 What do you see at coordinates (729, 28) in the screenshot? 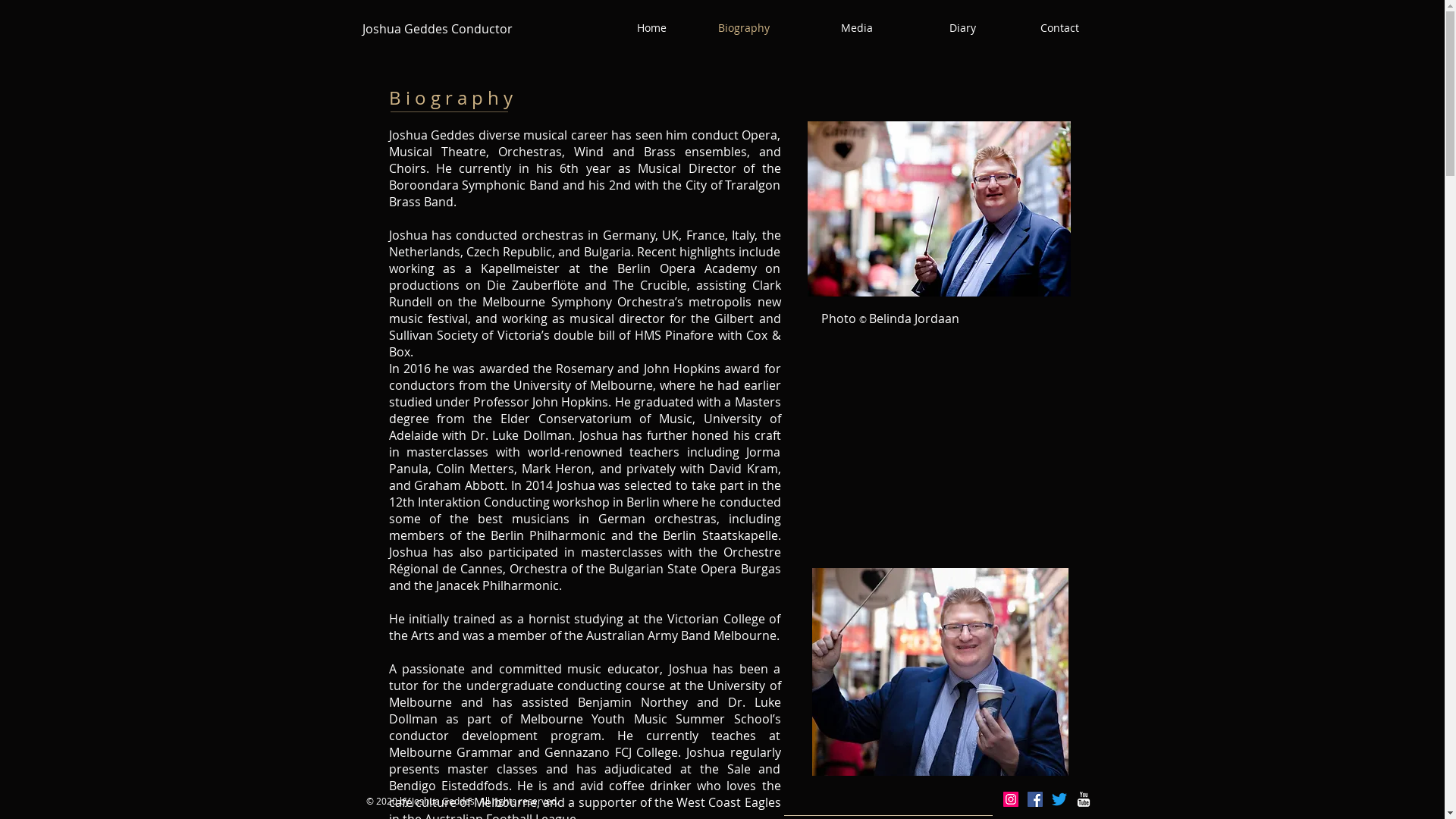
I see `'Biography'` at bounding box center [729, 28].